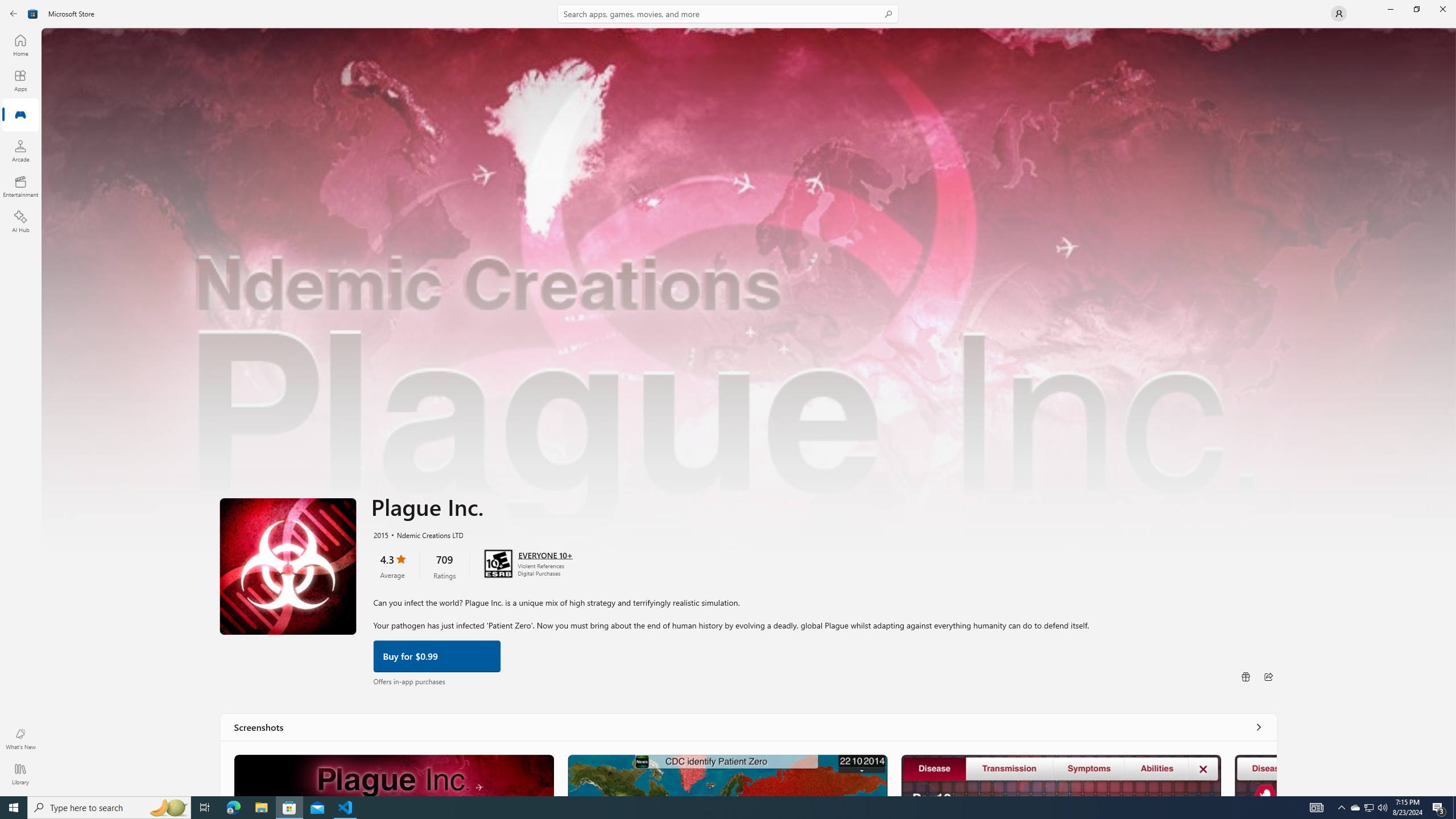 Image resolution: width=1456 pixels, height=819 pixels. What do you see at coordinates (544, 553) in the screenshot?
I see `'Age rating: EVERYONE 10+. Click for more information.'` at bounding box center [544, 553].